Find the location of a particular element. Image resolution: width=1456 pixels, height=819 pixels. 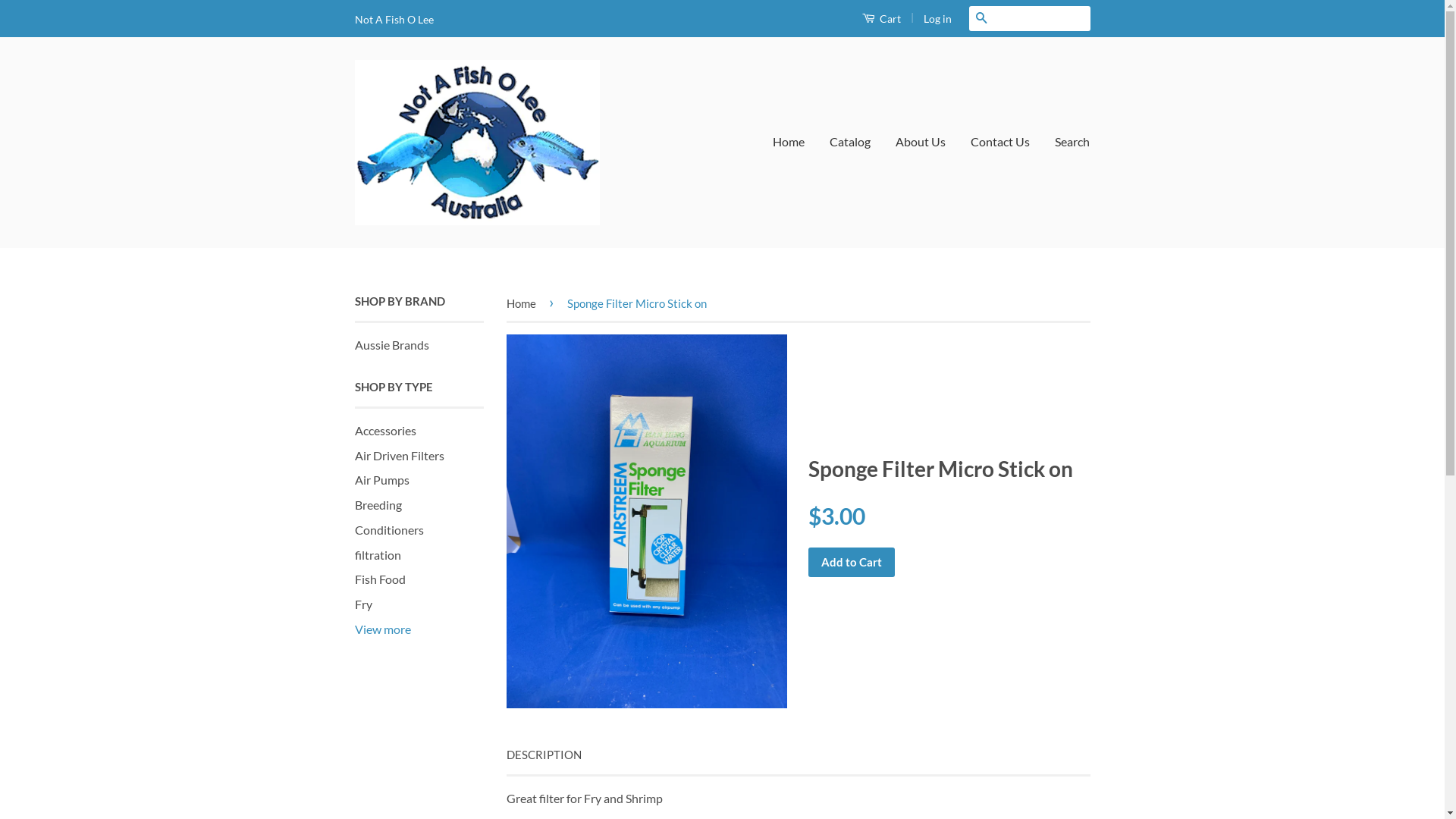

'filtration' is located at coordinates (378, 554).